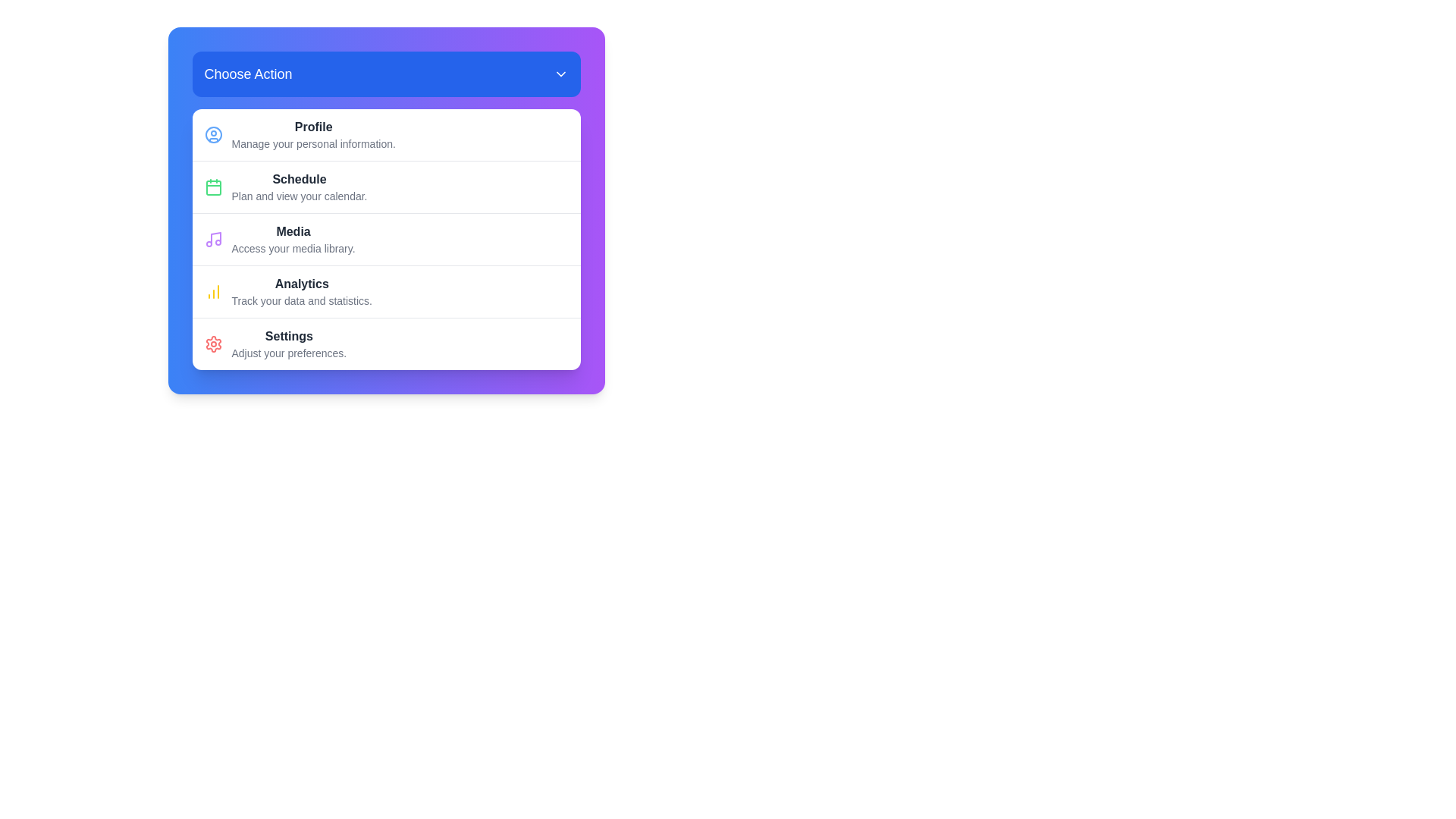 The width and height of the screenshot is (1456, 819). Describe the element at coordinates (212, 187) in the screenshot. I see `the decorative SVG rectangle with a green outline, positioned centrally within the calendar icon, located to the left of the 'Schedule' label in the second row of the list` at that location.